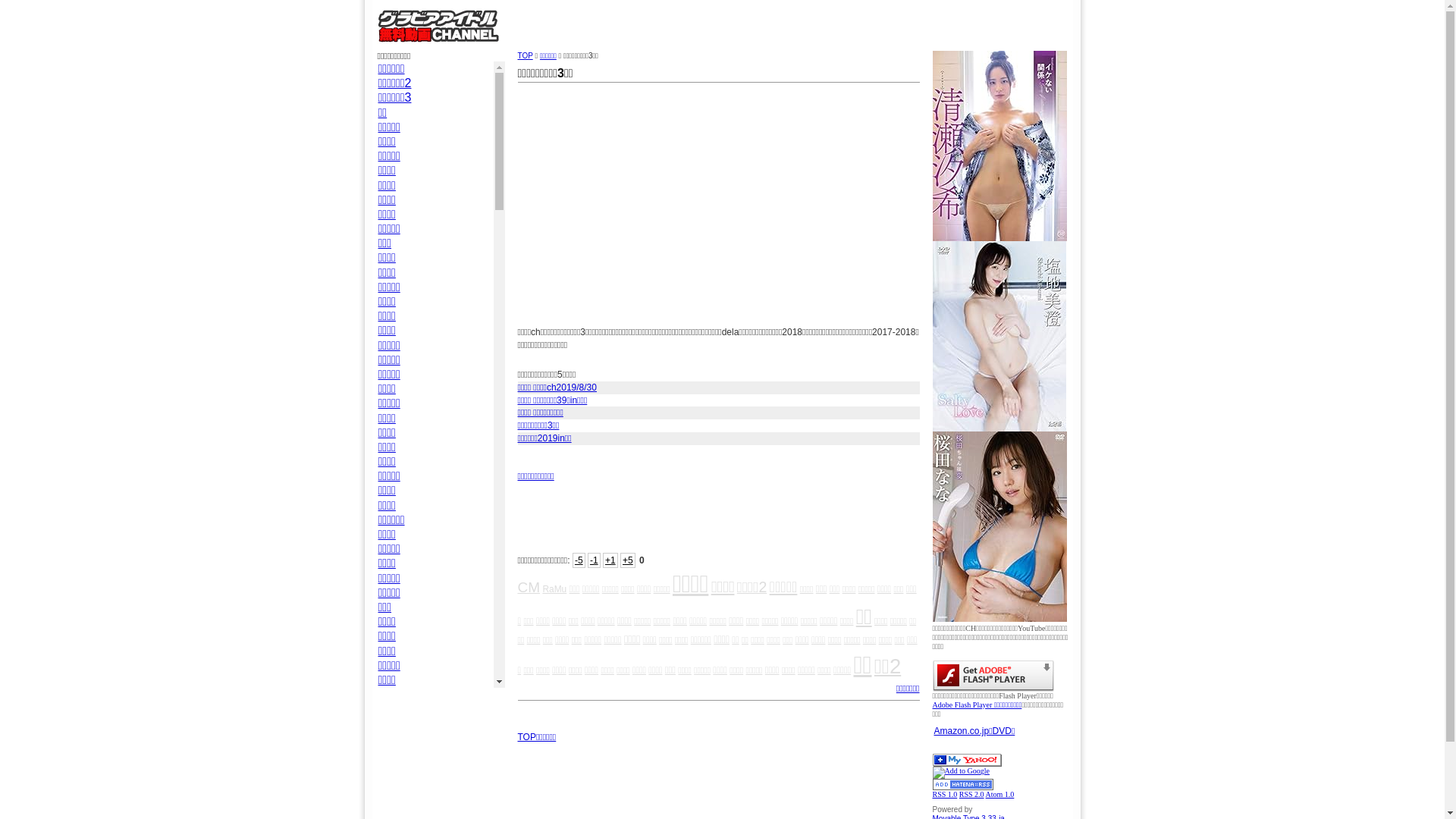 The image size is (1456, 819). I want to click on '-1', so click(593, 560).